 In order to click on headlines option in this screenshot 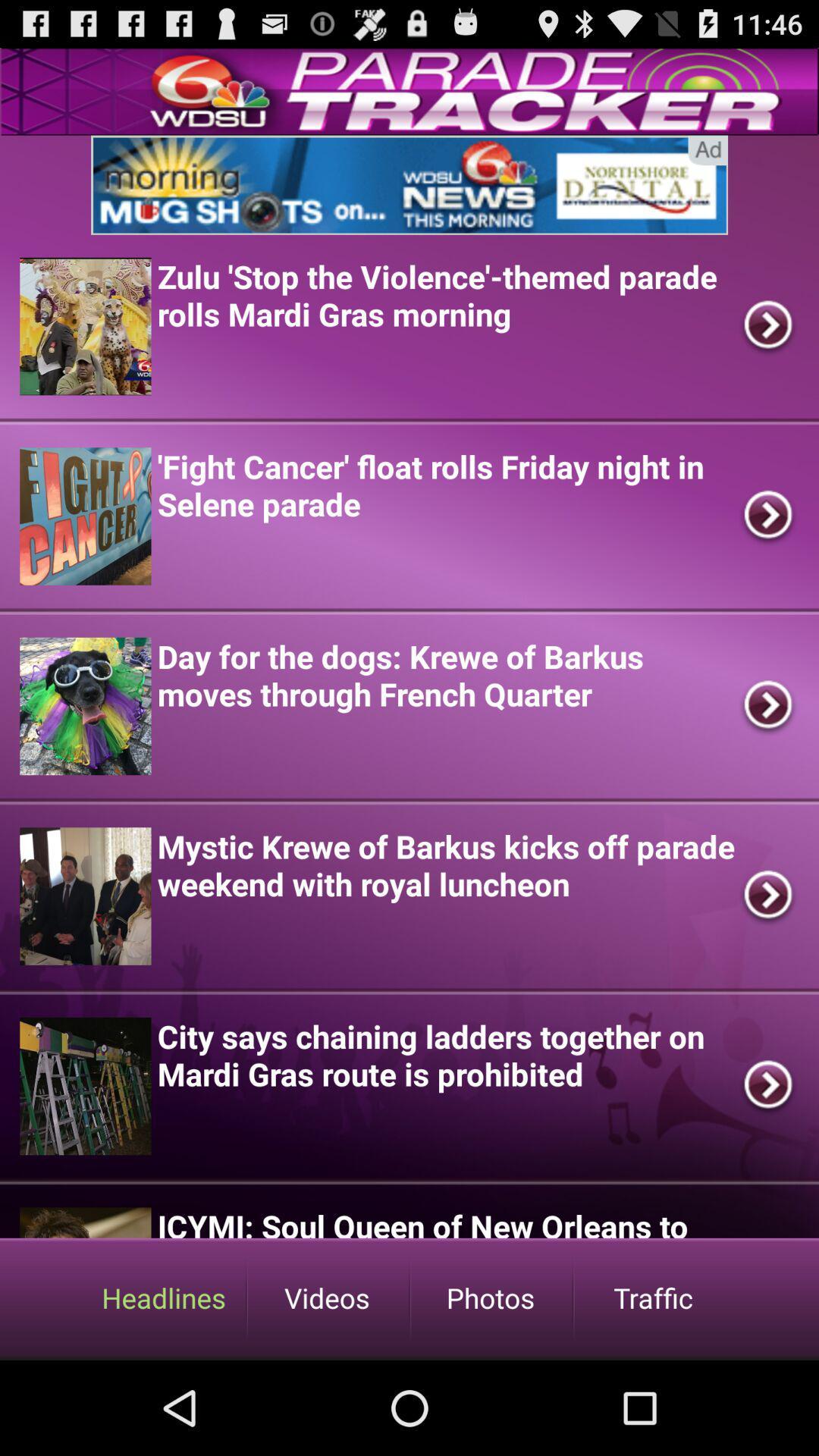, I will do `click(164, 1297)`.